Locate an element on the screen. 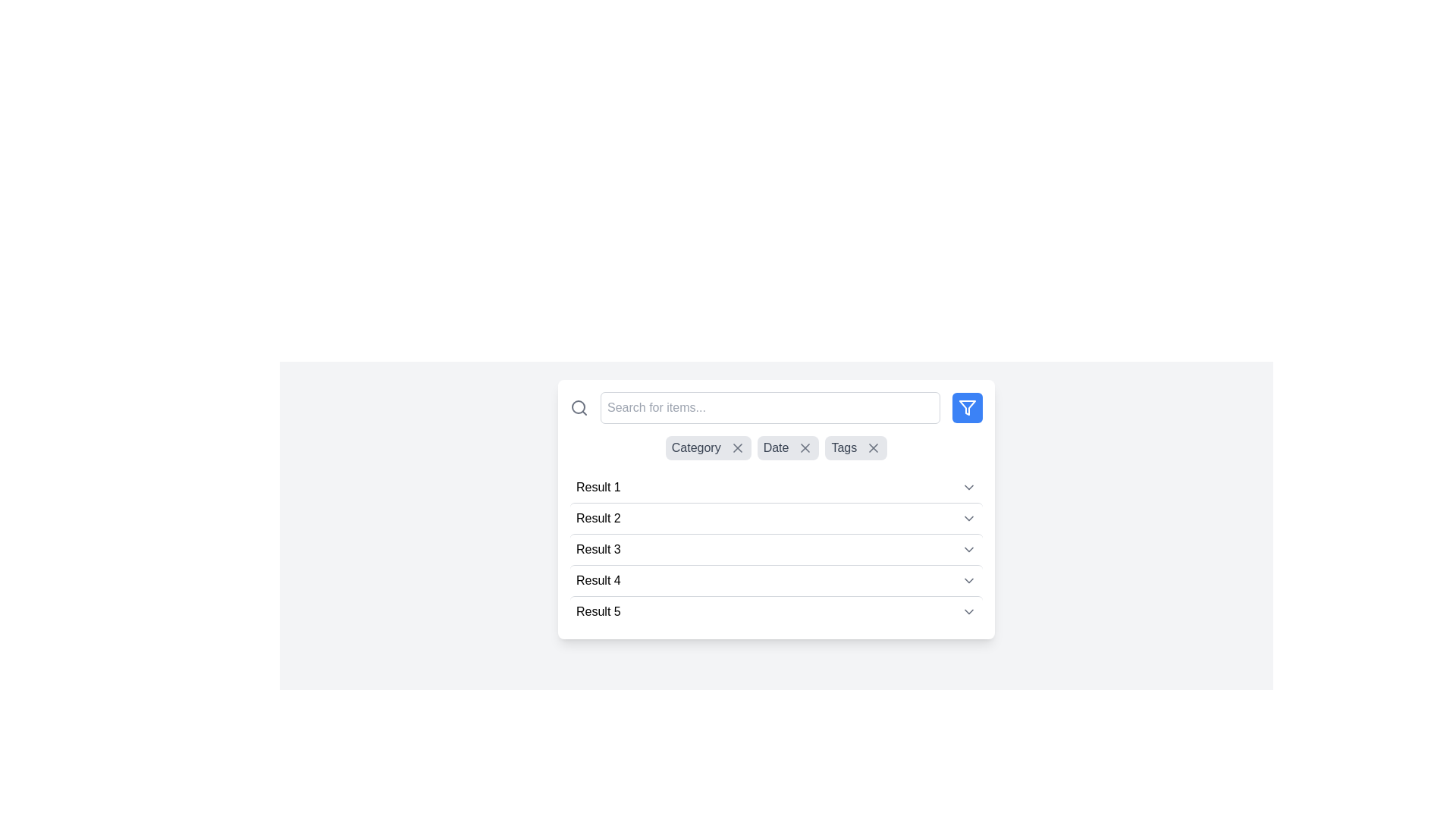 Image resolution: width=1456 pixels, height=819 pixels. the close icon button for the 'Tags' section is located at coordinates (874, 447).